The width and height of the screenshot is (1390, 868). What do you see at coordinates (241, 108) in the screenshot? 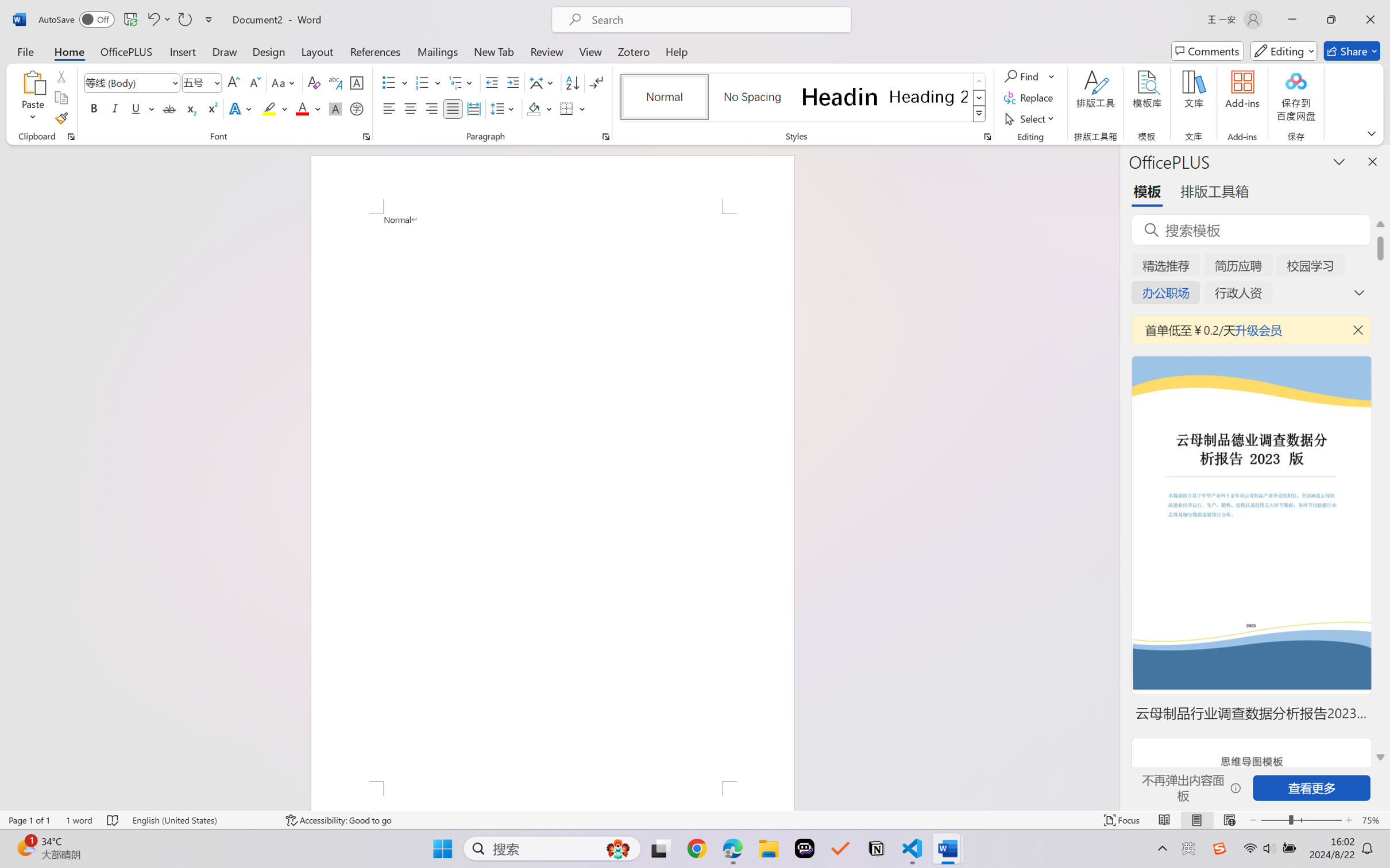
I see `'Text Effects and Typography'` at bounding box center [241, 108].